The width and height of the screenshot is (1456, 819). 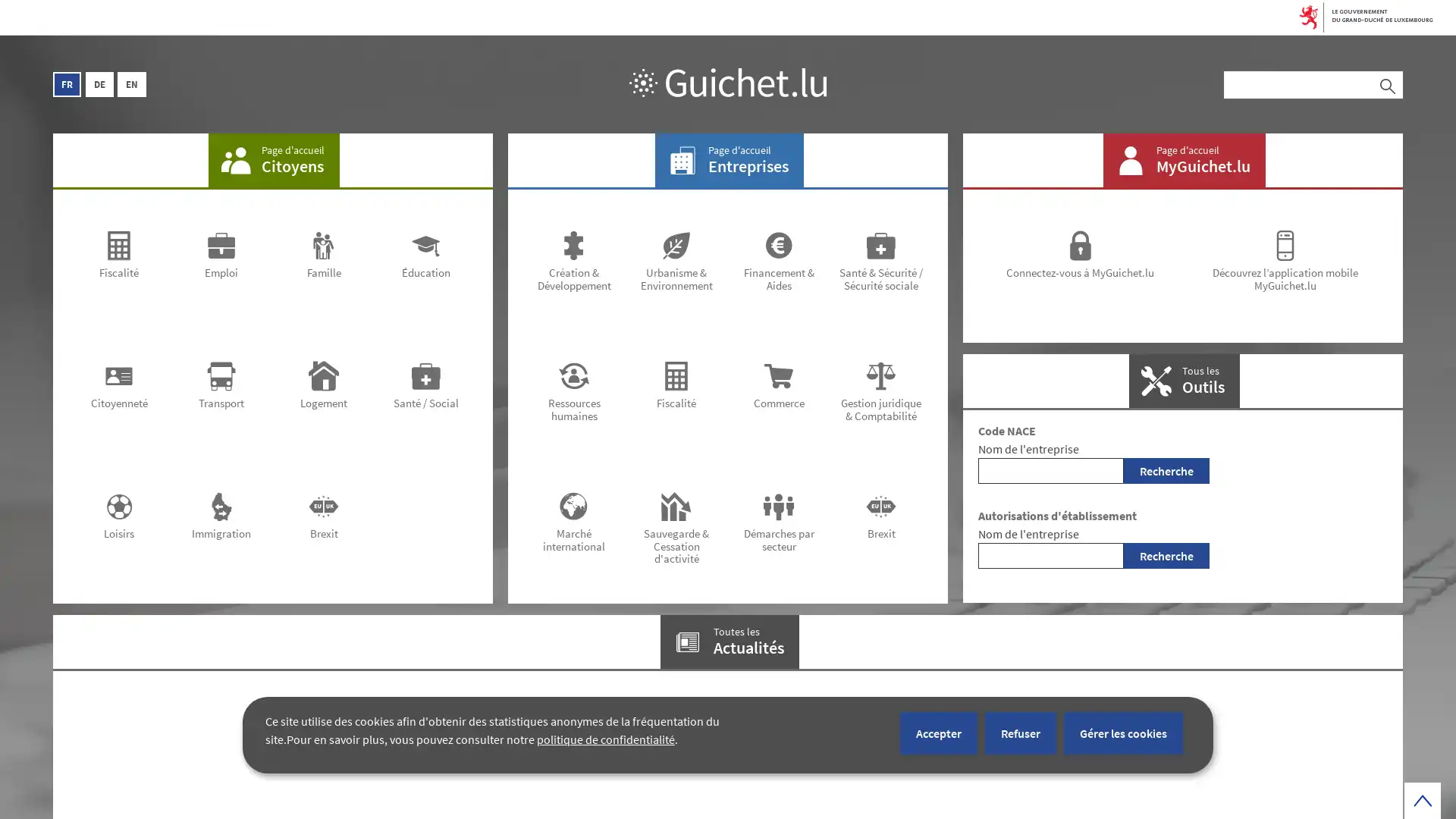 I want to click on Gerer les cookies, so click(x=1123, y=733).